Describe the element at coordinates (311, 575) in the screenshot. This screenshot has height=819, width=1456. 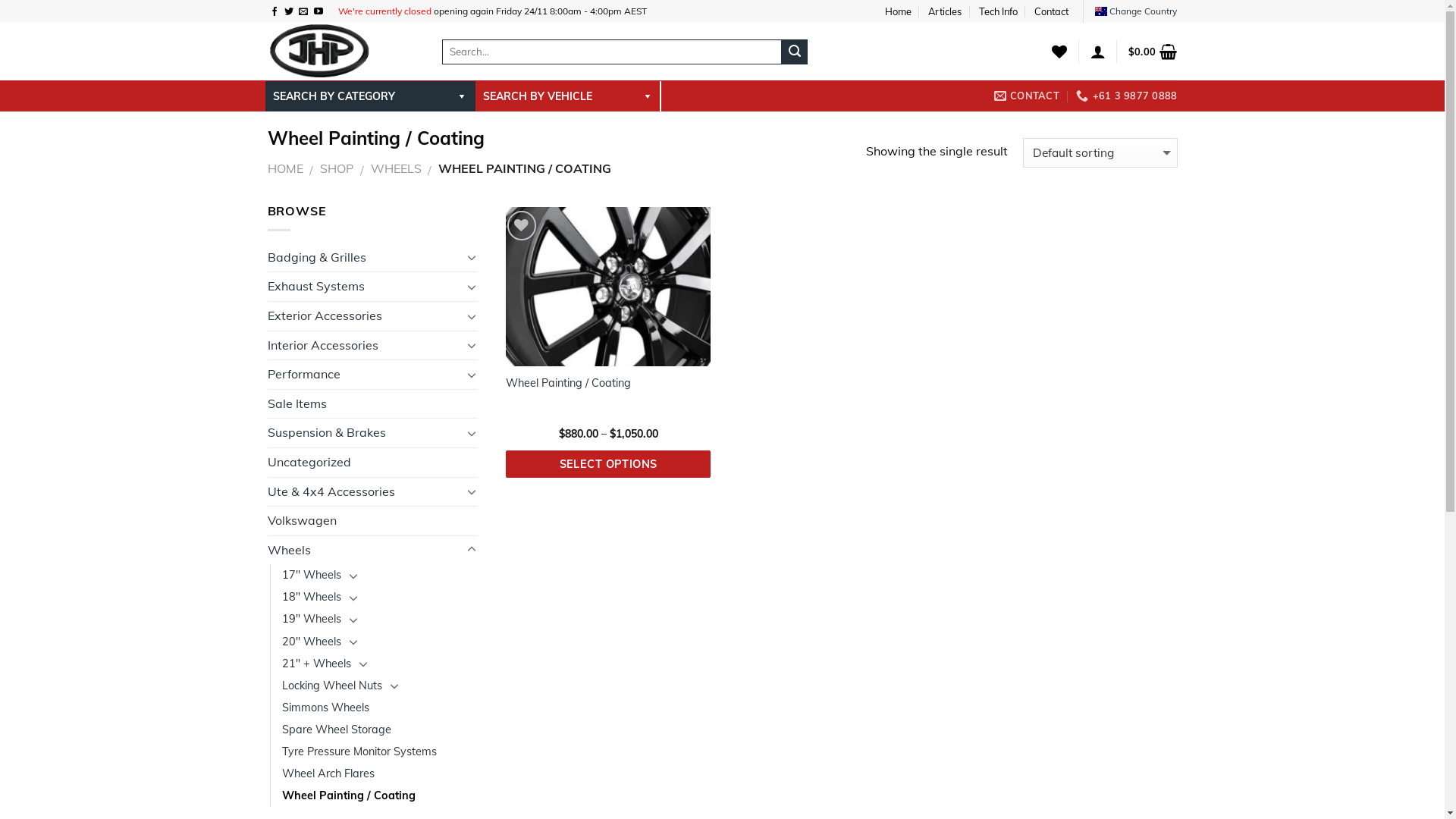
I see `'17" Wheels'` at that location.